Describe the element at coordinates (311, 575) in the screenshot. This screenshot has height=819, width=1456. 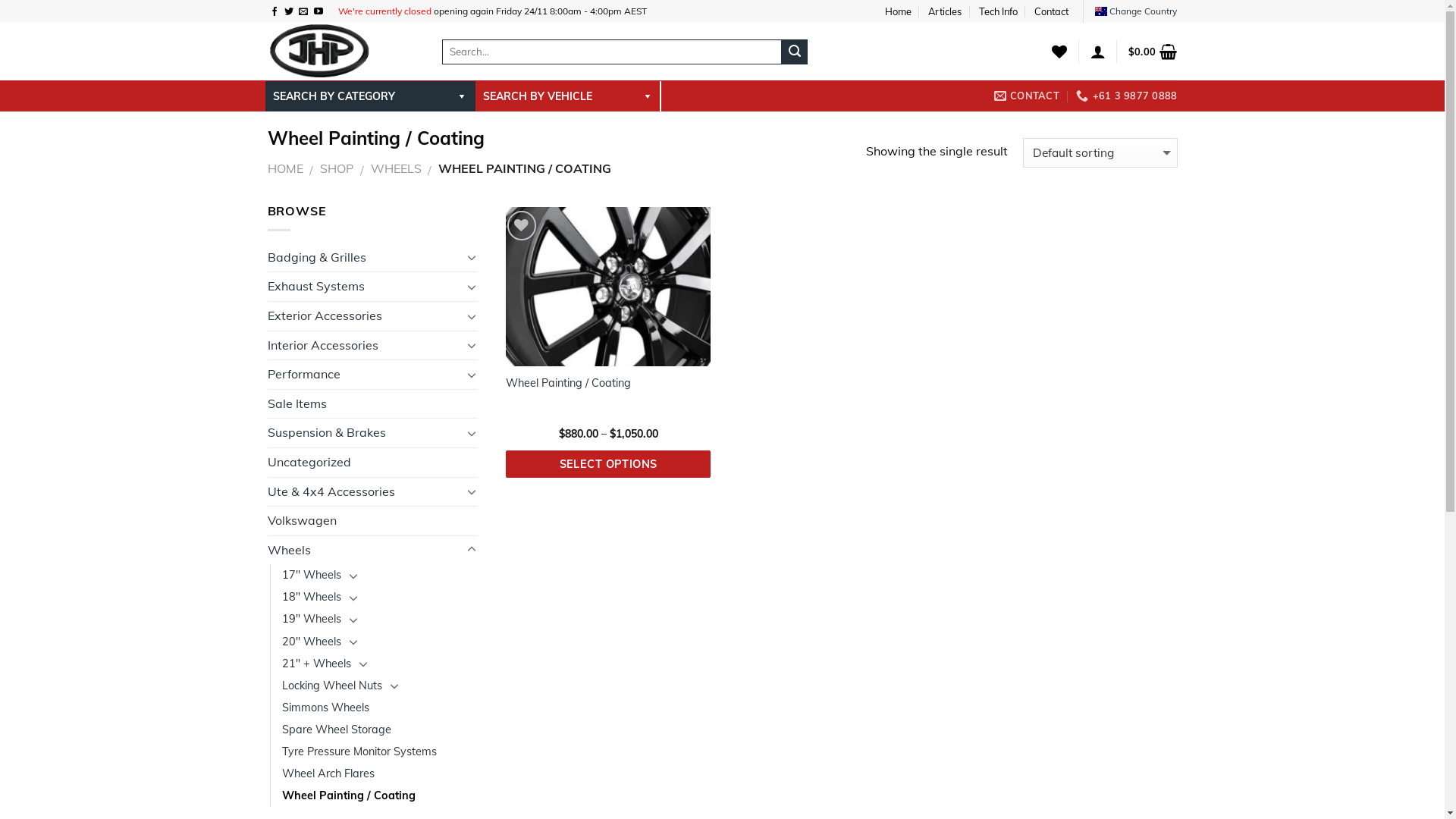
I see `'17" Wheels'` at that location.